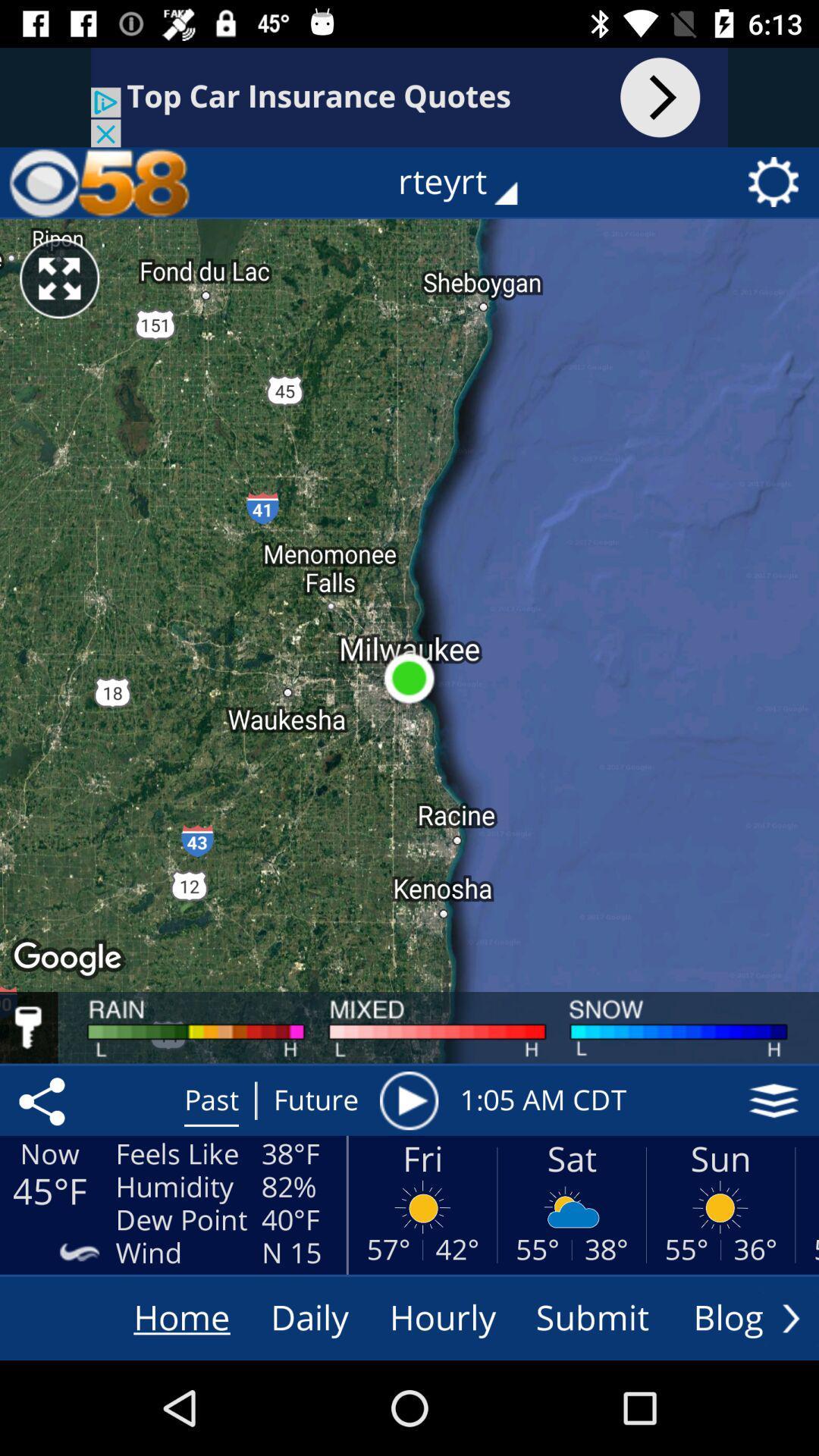 This screenshot has height=1456, width=819. Describe the element at coordinates (408, 1100) in the screenshot. I see `the icon next to future item` at that location.